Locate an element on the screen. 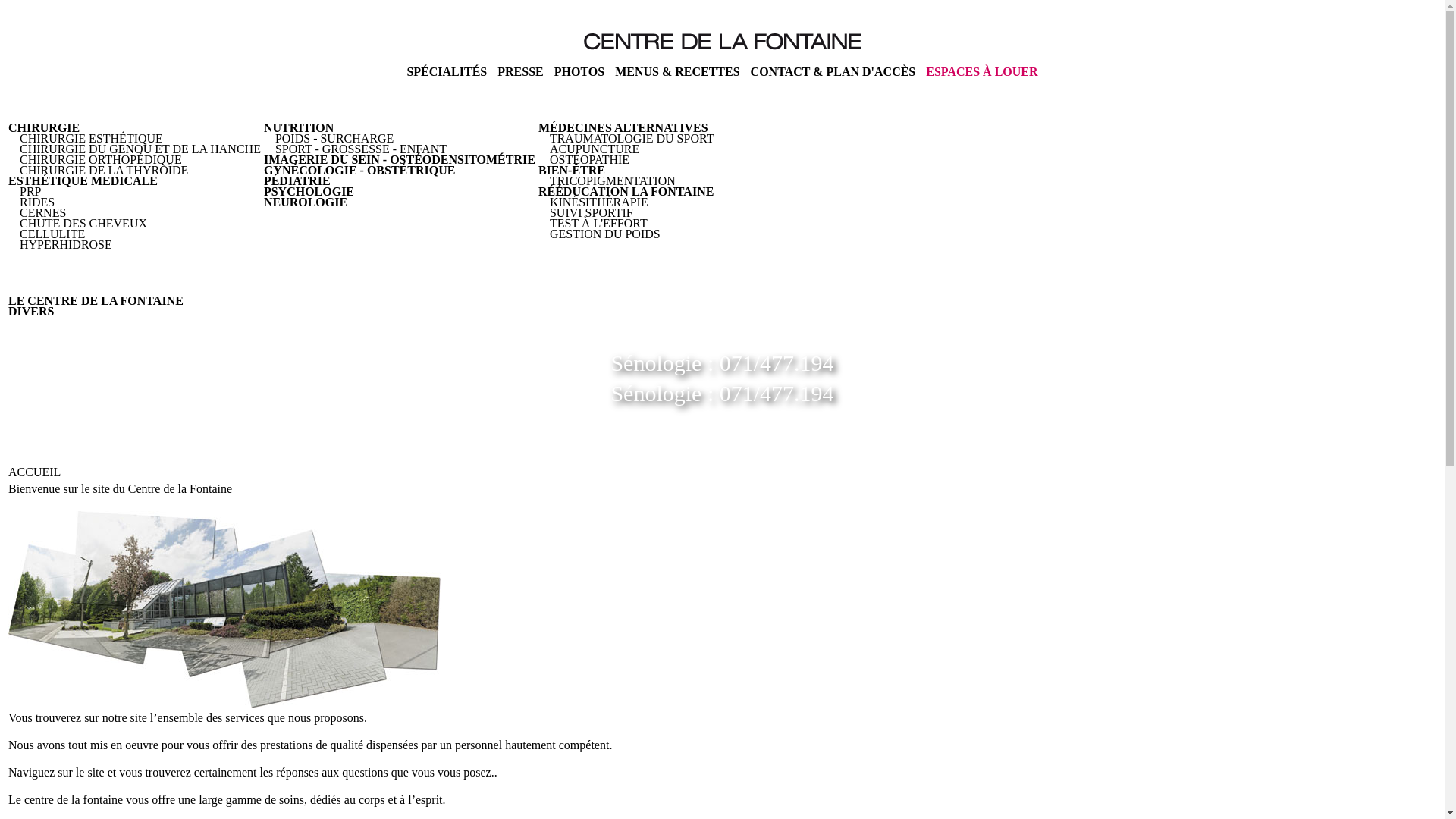 Image resolution: width=1456 pixels, height=819 pixels. 'NEUROLOGIE' is located at coordinates (263, 201).